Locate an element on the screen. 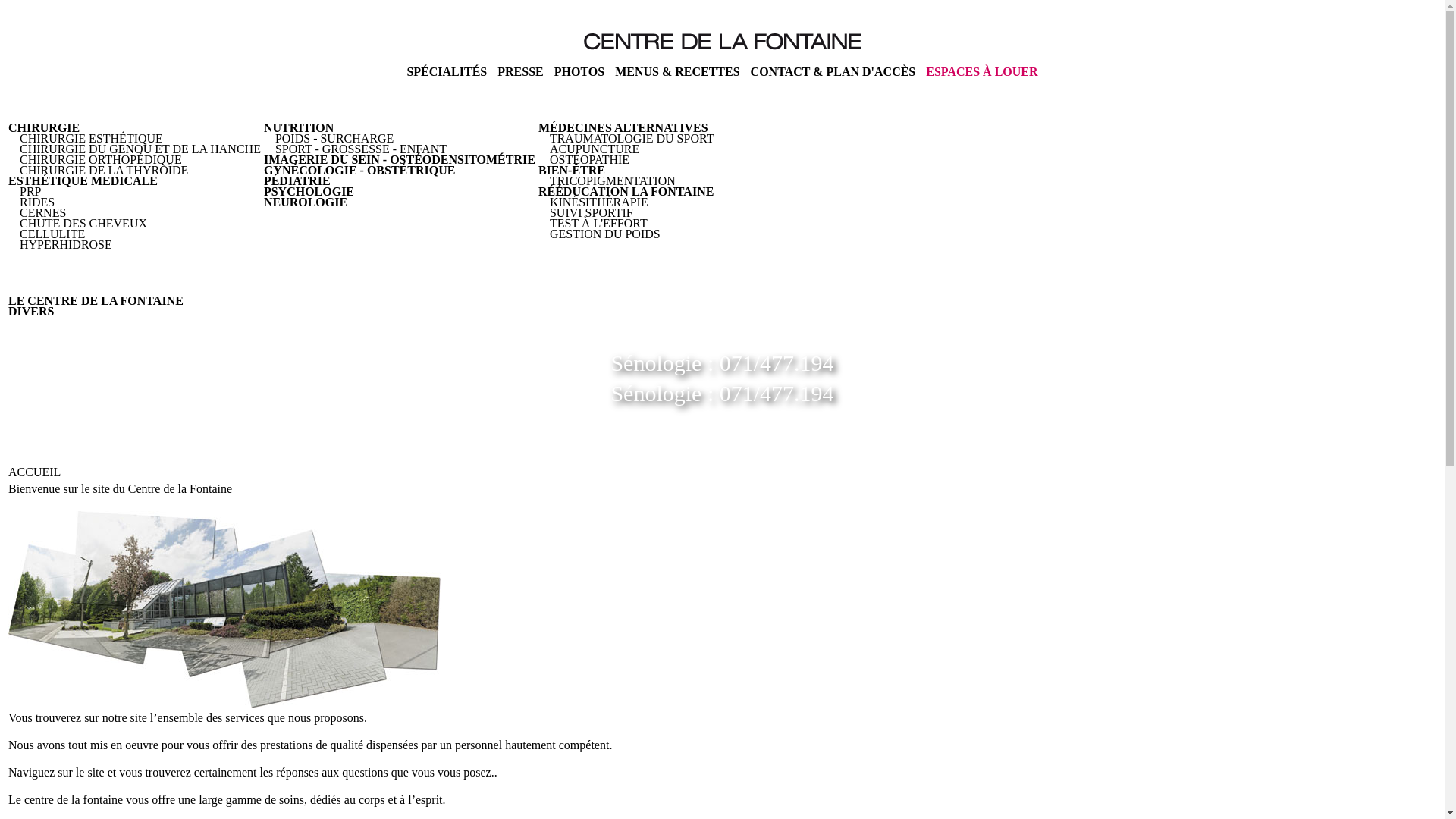 Image resolution: width=1456 pixels, height=819 pixels. 'NEUROLOGIE' is located at coordinates (263, 201).